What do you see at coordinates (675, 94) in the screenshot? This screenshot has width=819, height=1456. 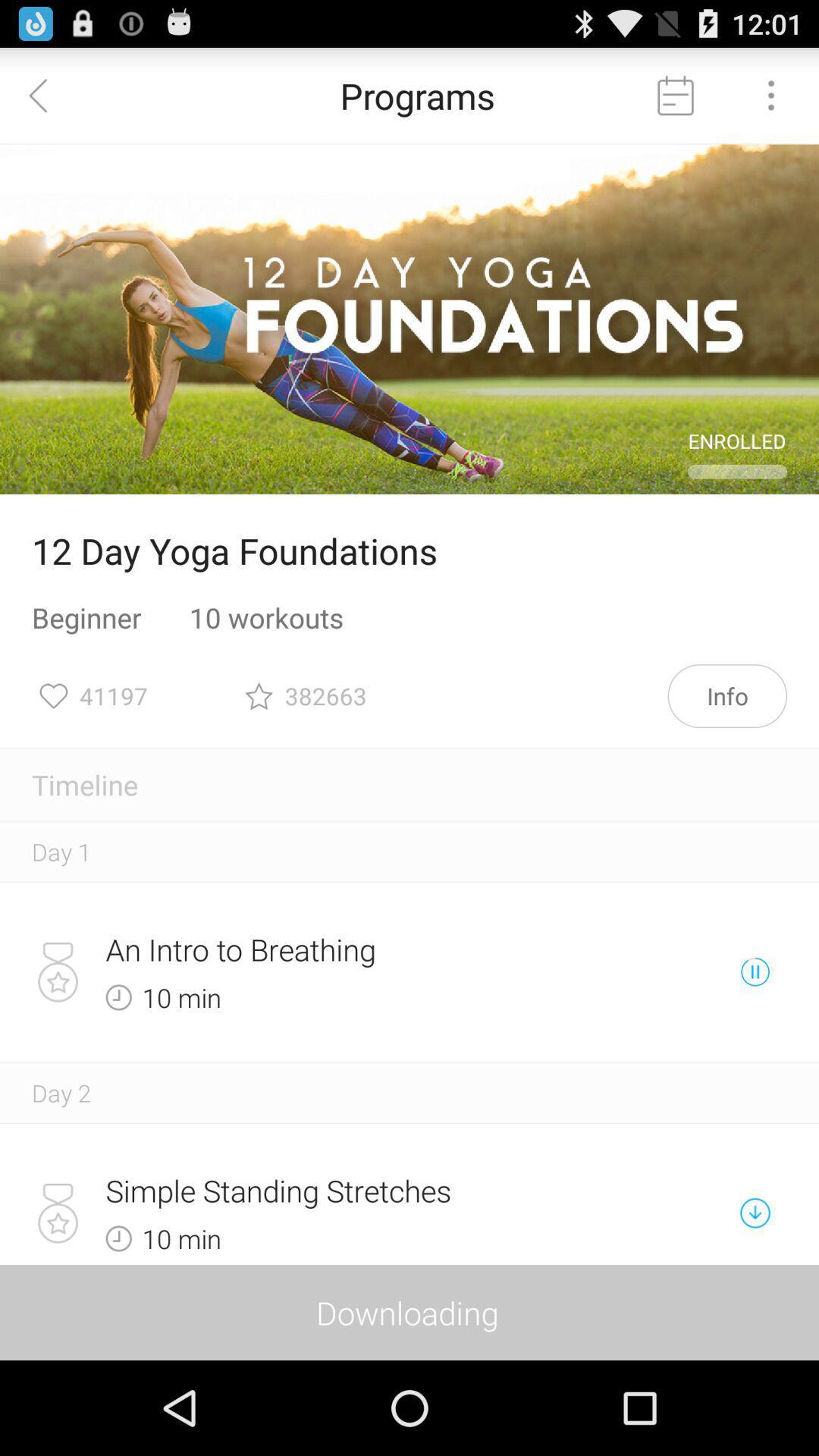 I see `calendar` at bounding box center [675, 94].